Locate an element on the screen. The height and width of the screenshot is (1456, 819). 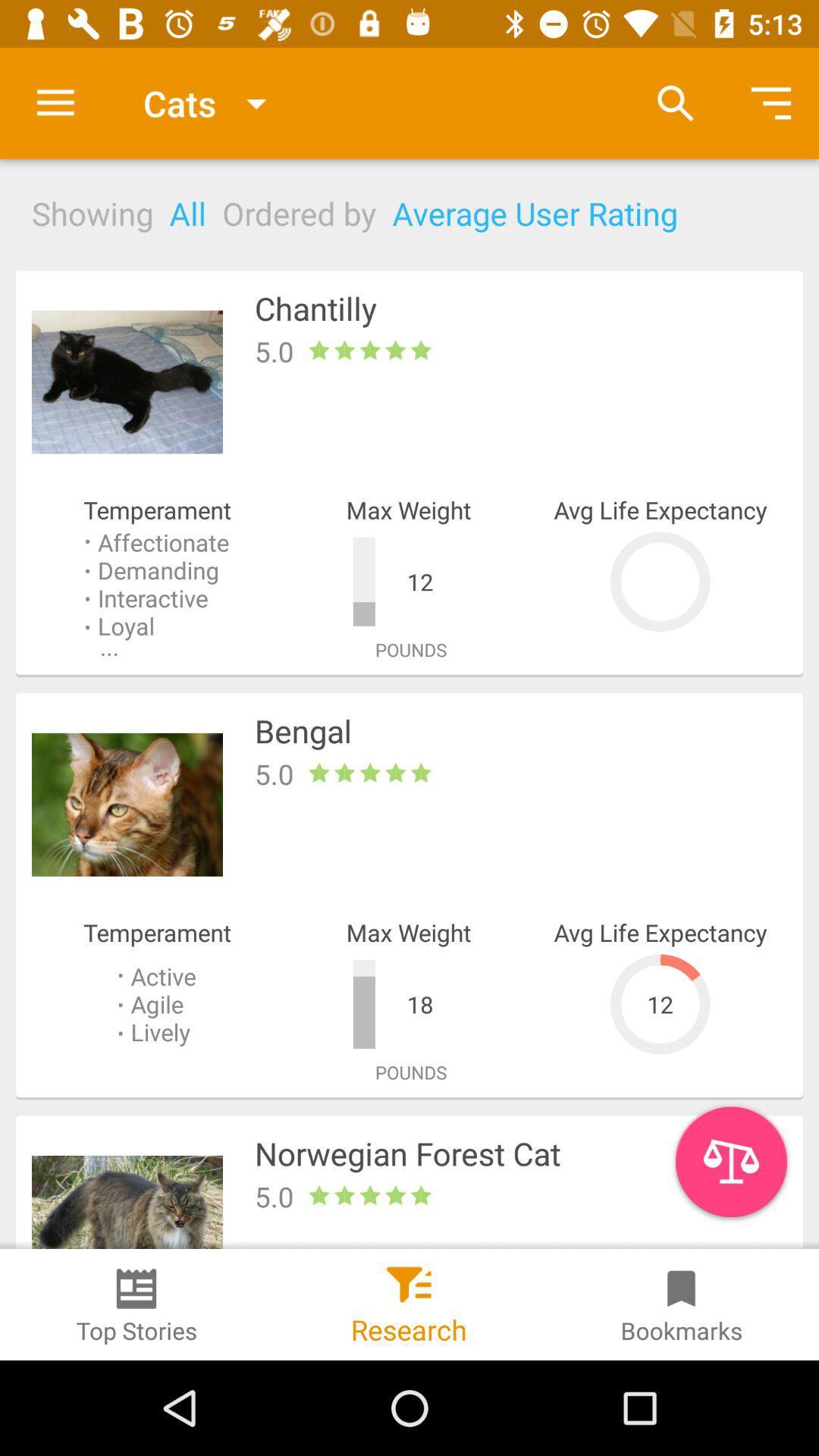
the icon next to the search icon is located at coordinates (771, 103).